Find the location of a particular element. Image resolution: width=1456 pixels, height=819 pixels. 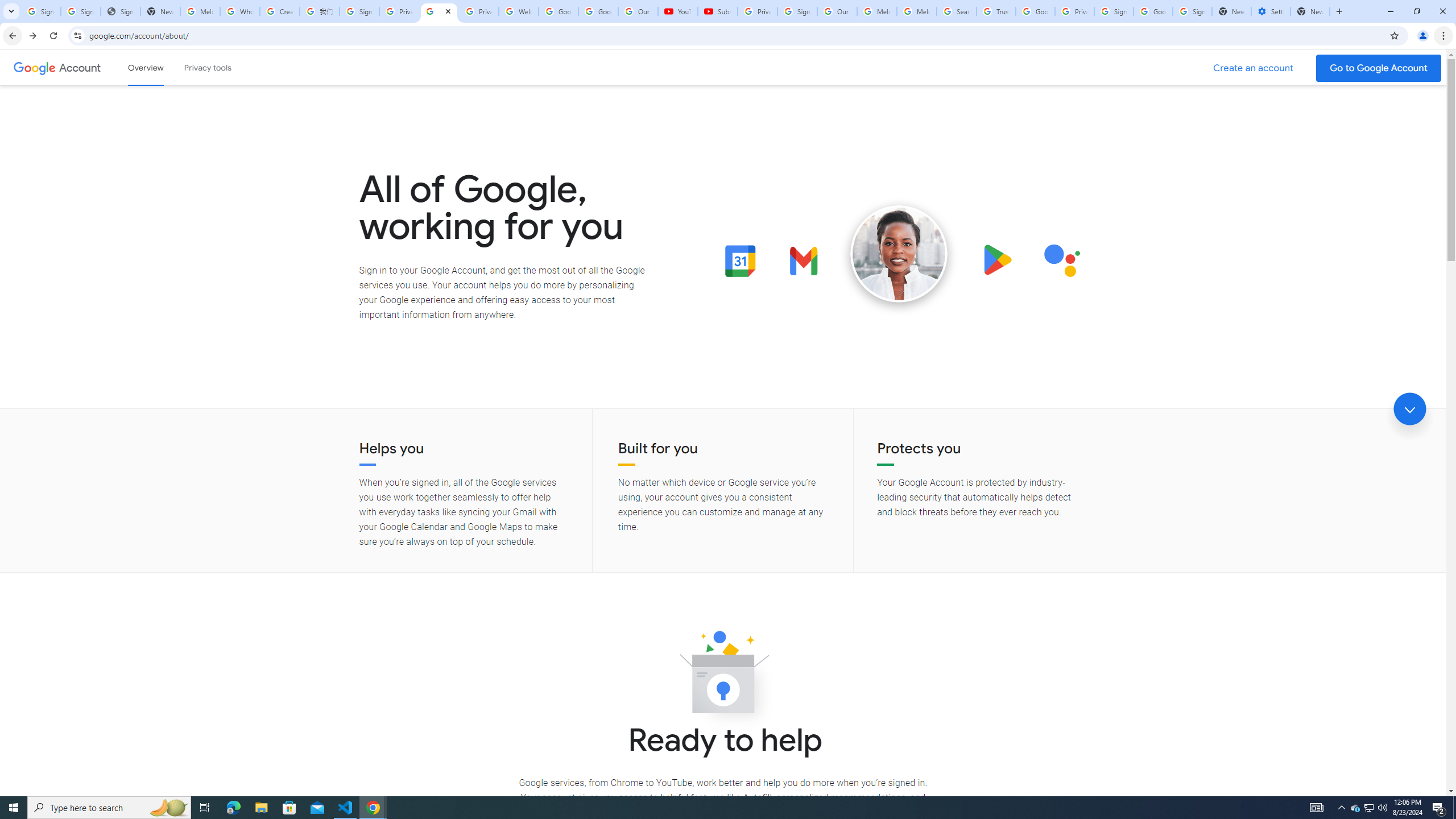

'Google Cybersecurity Innovations - Google Safety Center' is located at coordinates (1152, 11).